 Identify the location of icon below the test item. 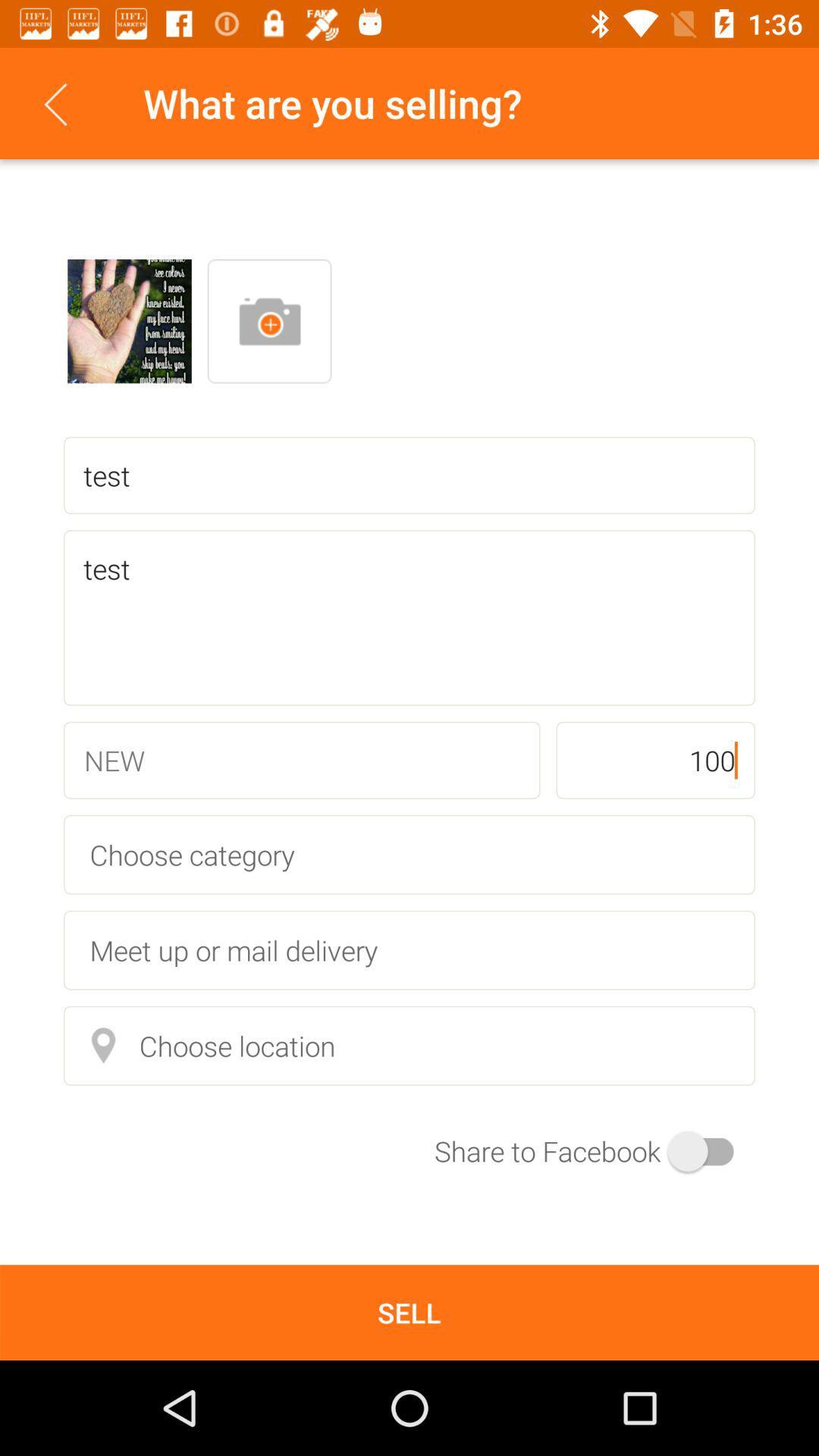
(654, 760).